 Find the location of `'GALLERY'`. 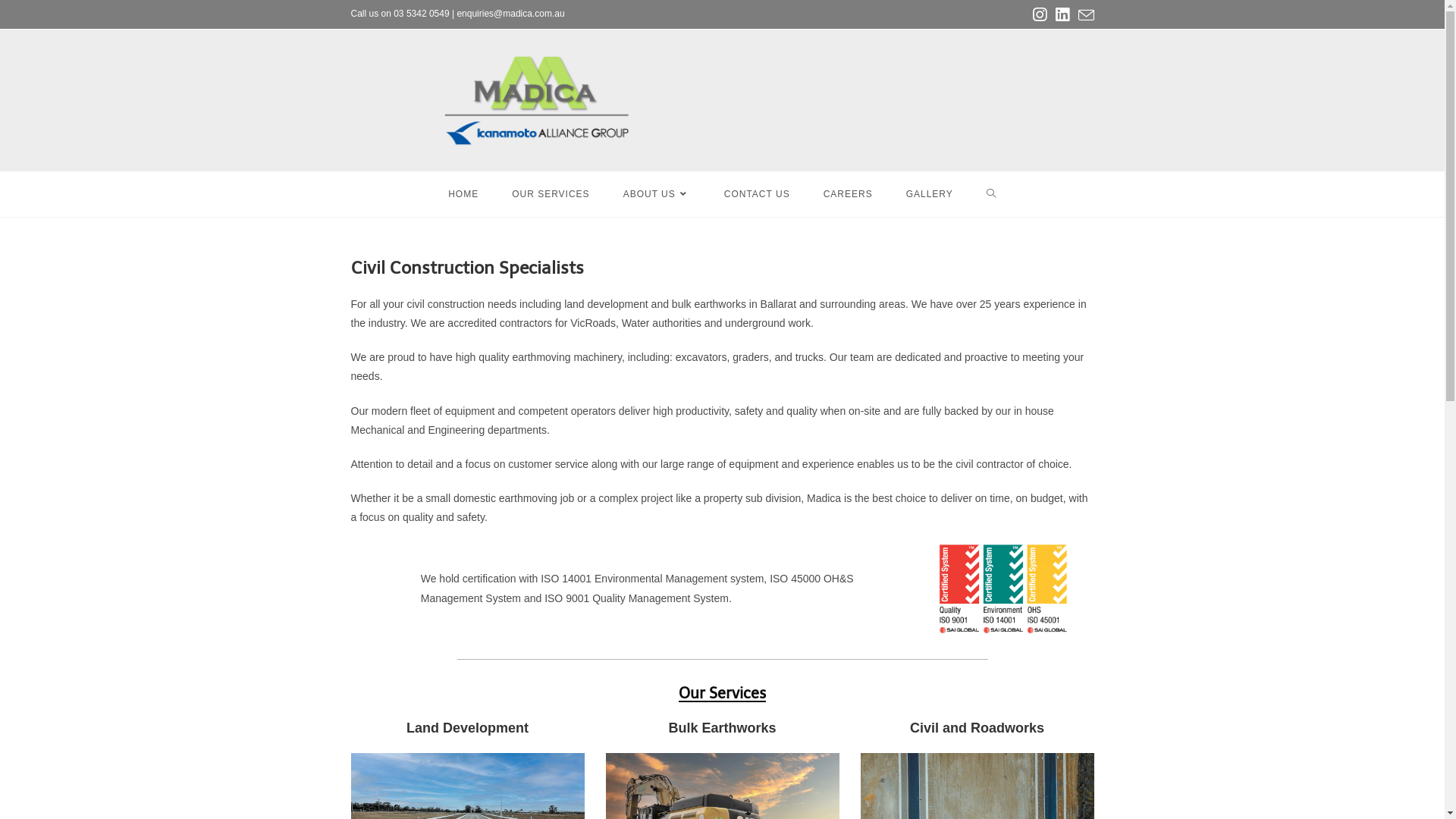

'GALLERY' is located at coordinates (928, 193).